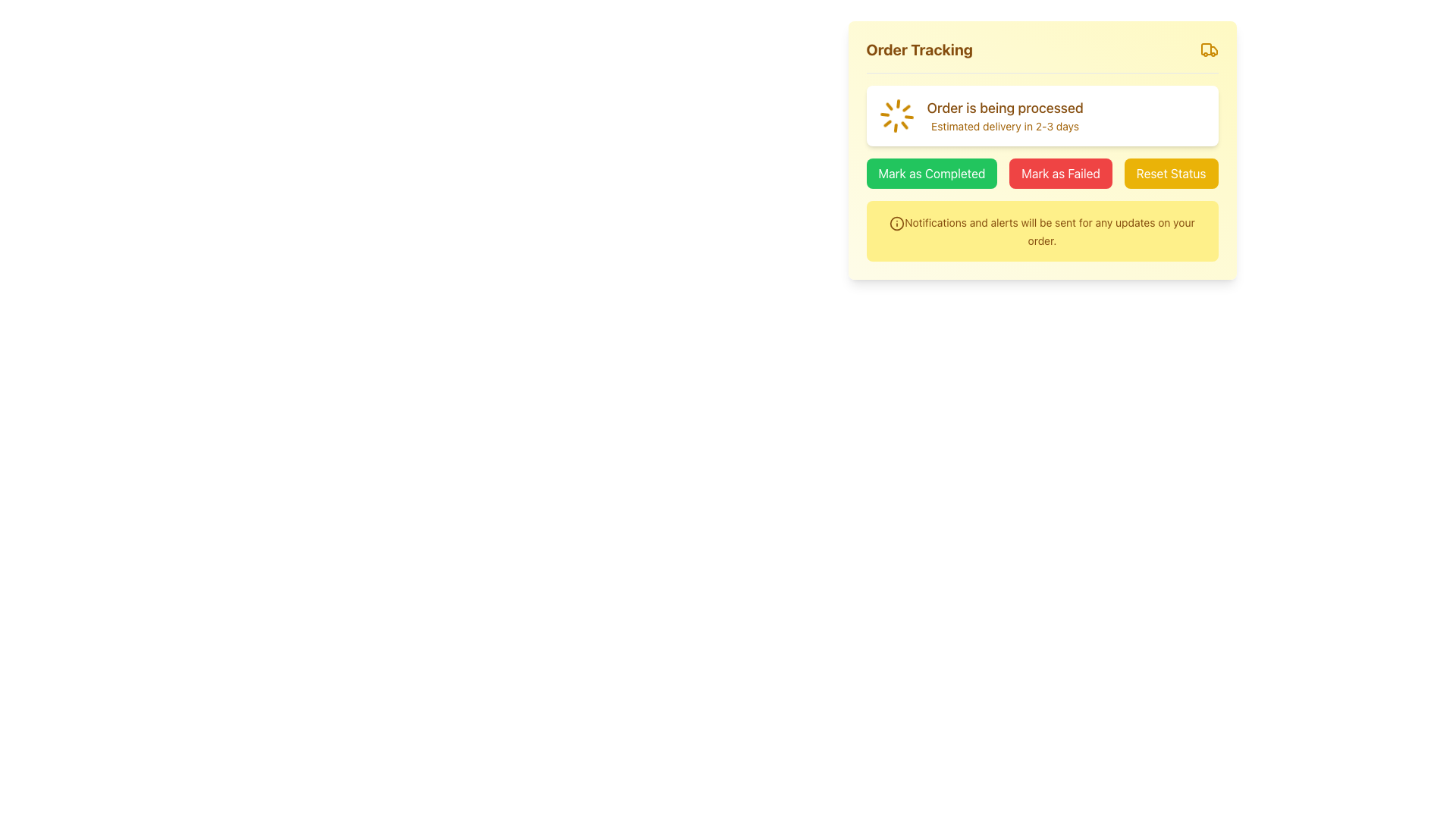 This screenshot has height=819, width=1456. What do you see at coordinates (897, 223) in the screenshot?
I see `the informational alert icon located at the beginning of the notification text` at bounding box center [897, 223].